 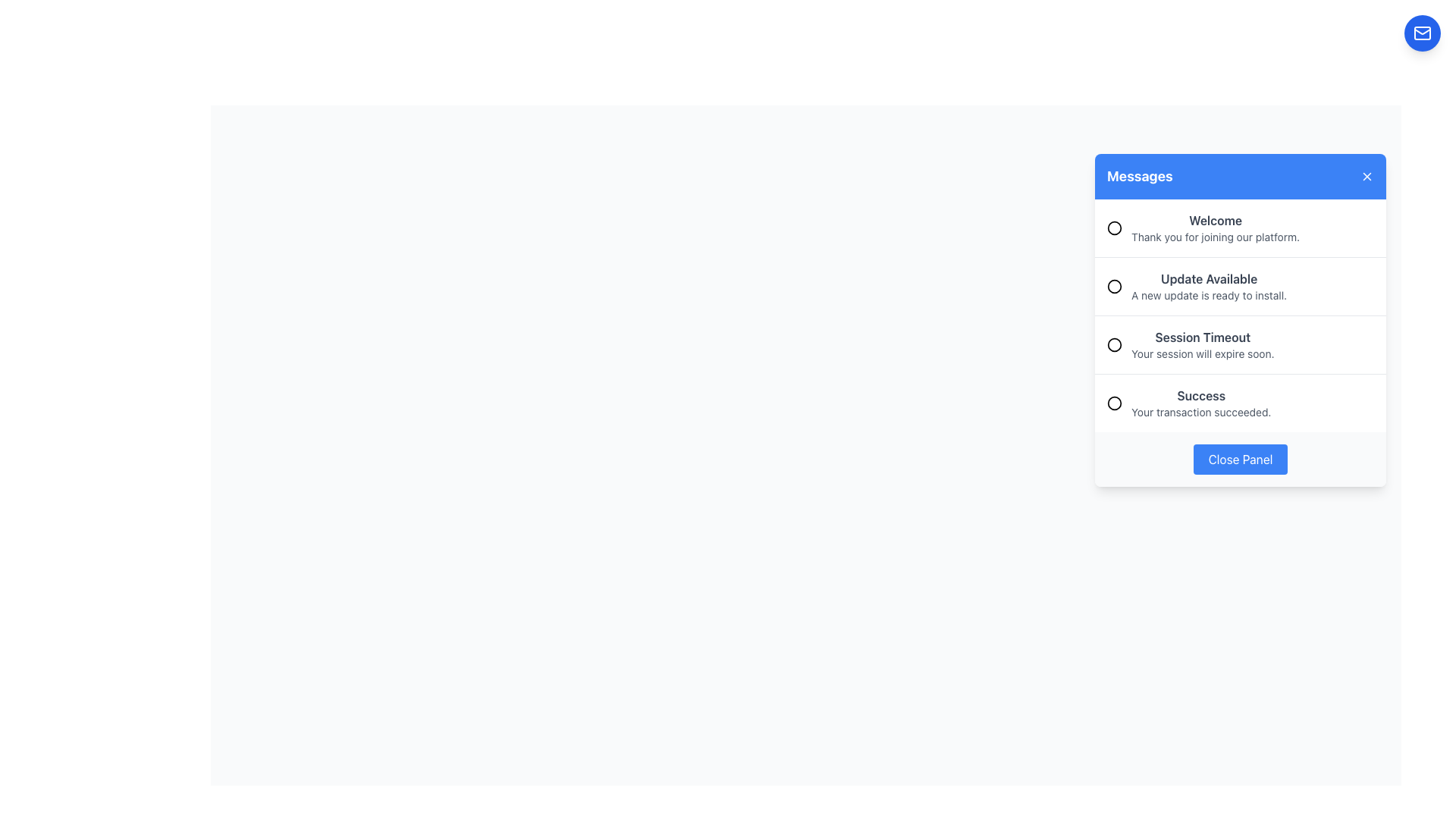 What do you see at coordinates (1202, 353) in the screenshot?
I see `the secondary informational text label related to the 'Session Timeout' notification, which is positioned beneath the 'Session Timeout' title in the Messages panel` at bounding box center [1202, 353].